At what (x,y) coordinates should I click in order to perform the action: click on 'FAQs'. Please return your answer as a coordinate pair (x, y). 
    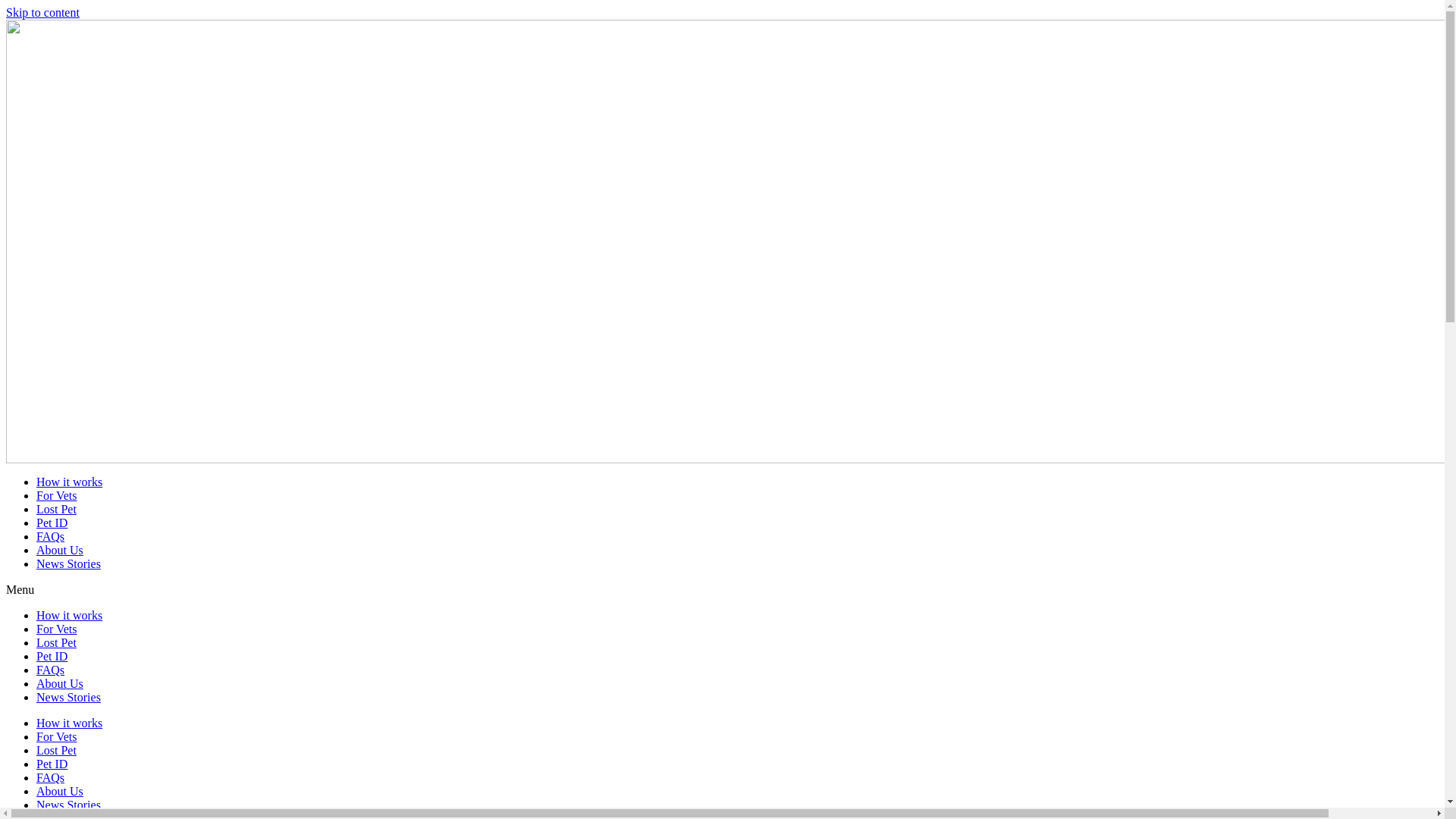
    Looking at the image, I should click on (50, 777).